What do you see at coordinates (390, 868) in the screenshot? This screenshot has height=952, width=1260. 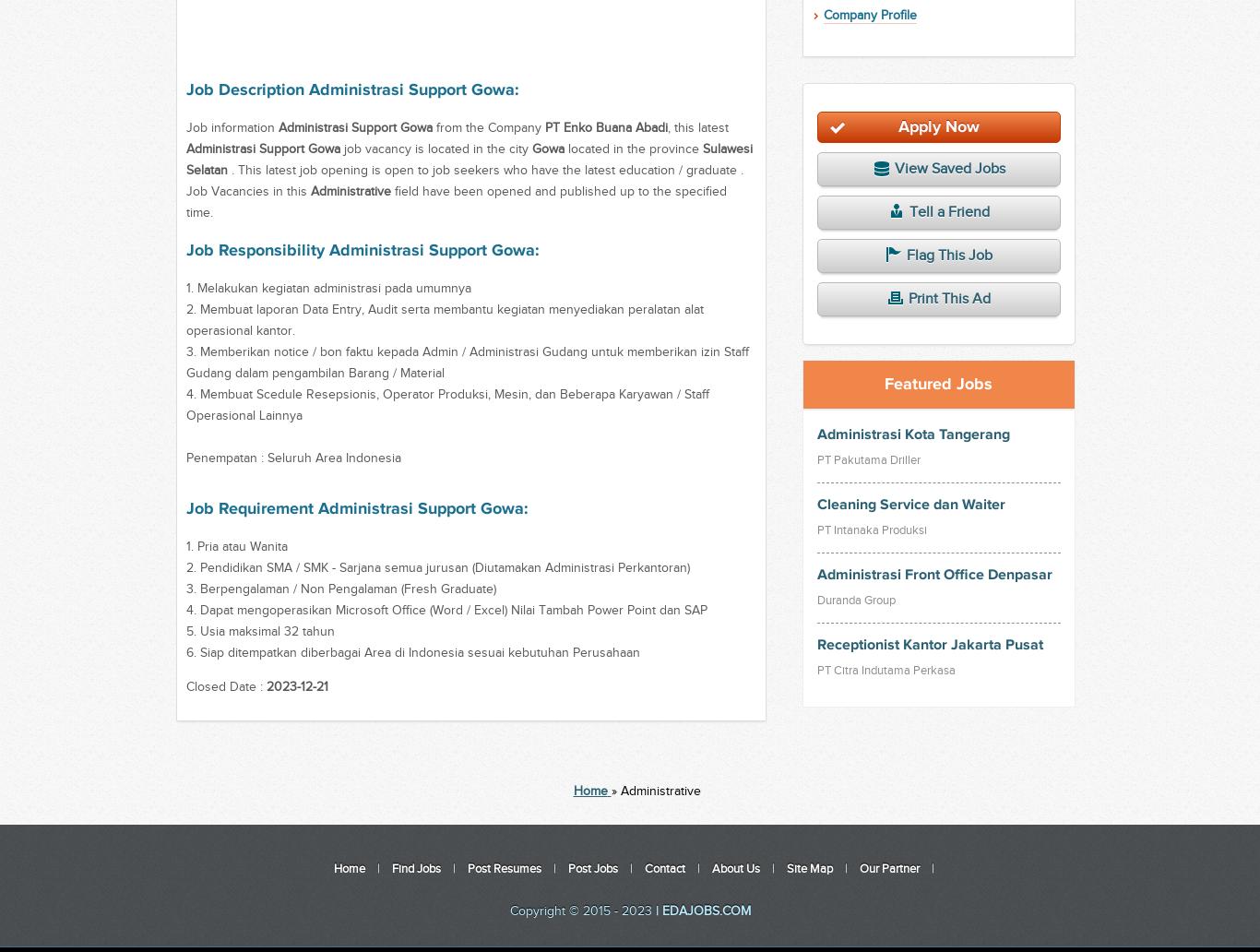 I see `'Find Jobs'` at bounding box center [390, 868].